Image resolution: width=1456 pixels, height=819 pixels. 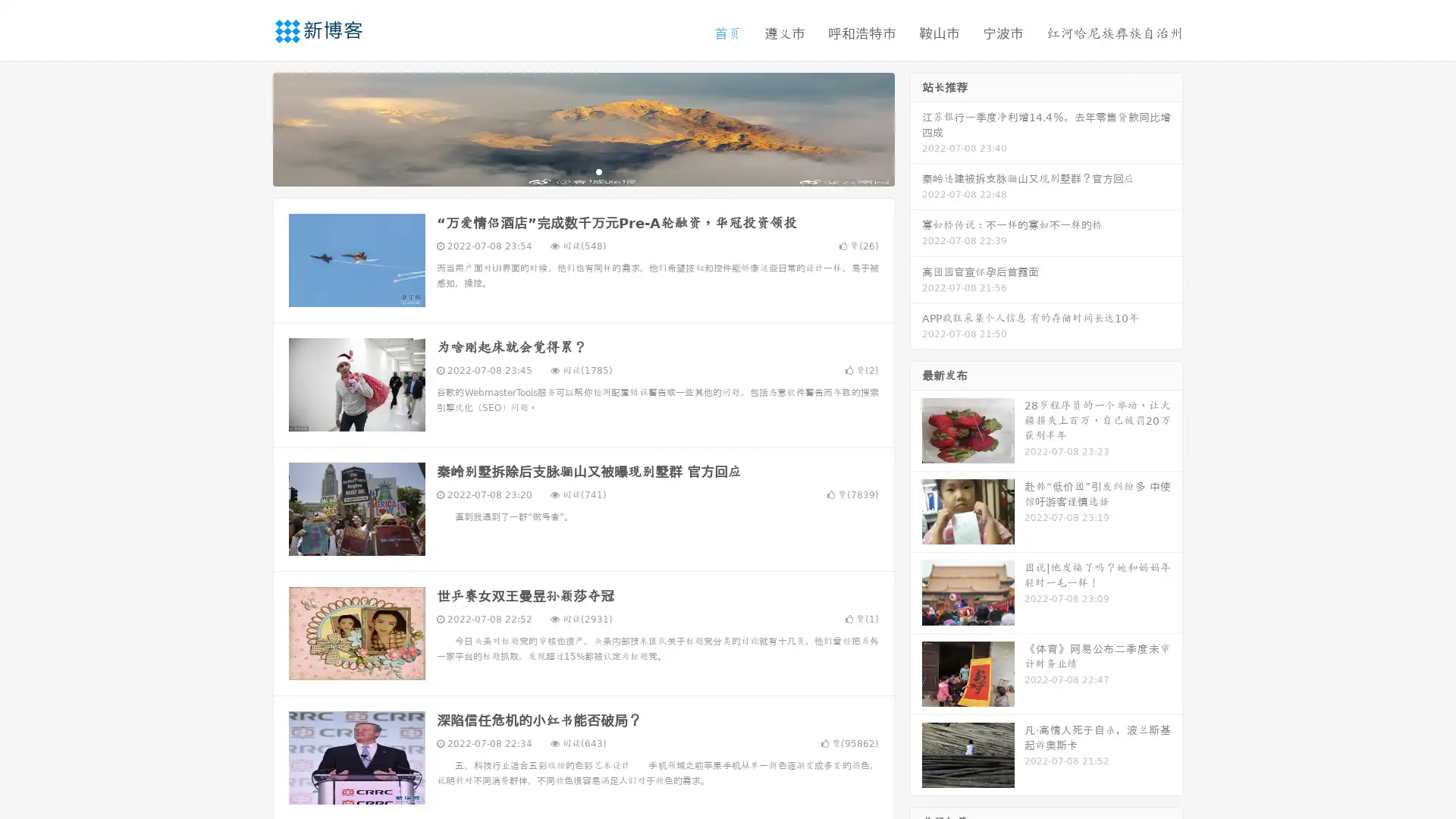 What do you see at coordinates (250, 127) in the screenshot?
I see `Previous slide` at bounding box center [250, 127].